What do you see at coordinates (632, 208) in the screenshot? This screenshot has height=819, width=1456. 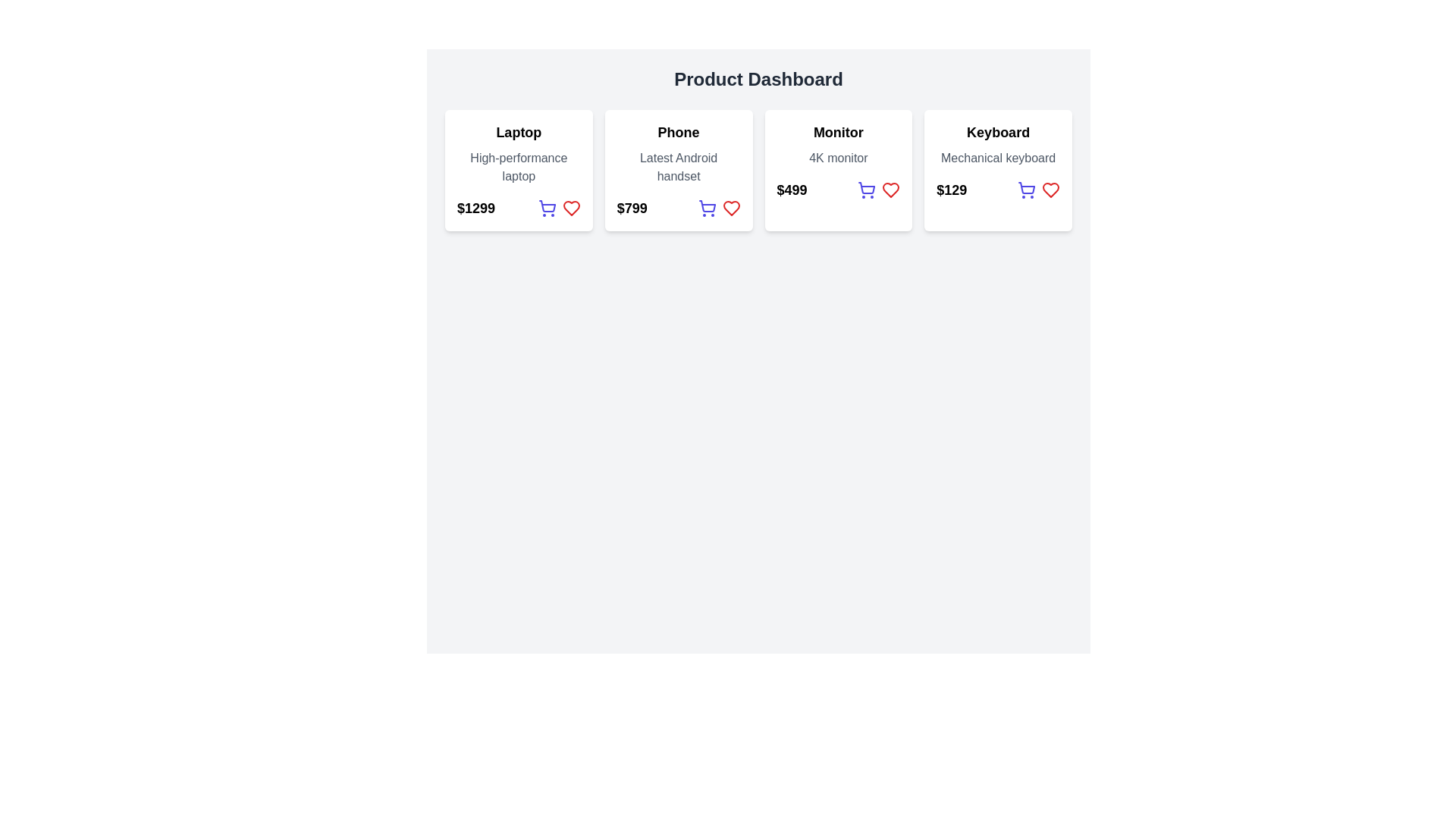 I see `the price text label of the product 'Phone', which is located in the second card from the left and positioned at the bottom-left section of the card, below the product name and above the cart and wishlist icons` at bounding box center [632, 208].